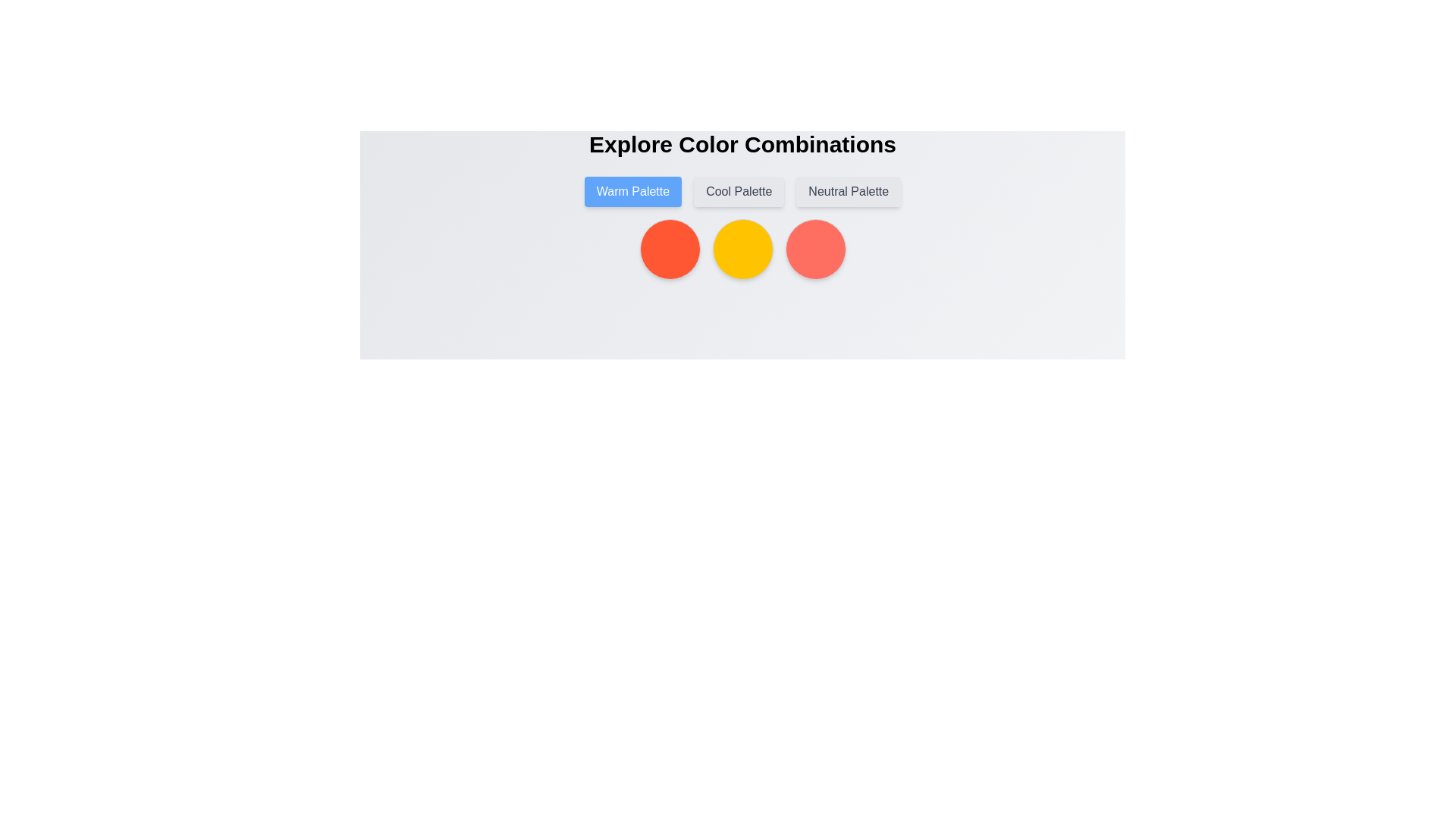 The image size is (1456, 819). I want to click on the middle button labeled 'Cool Palette' in the horizontal bar of buttons located below the title 'Explore Color Combinations', so click(742, 191).